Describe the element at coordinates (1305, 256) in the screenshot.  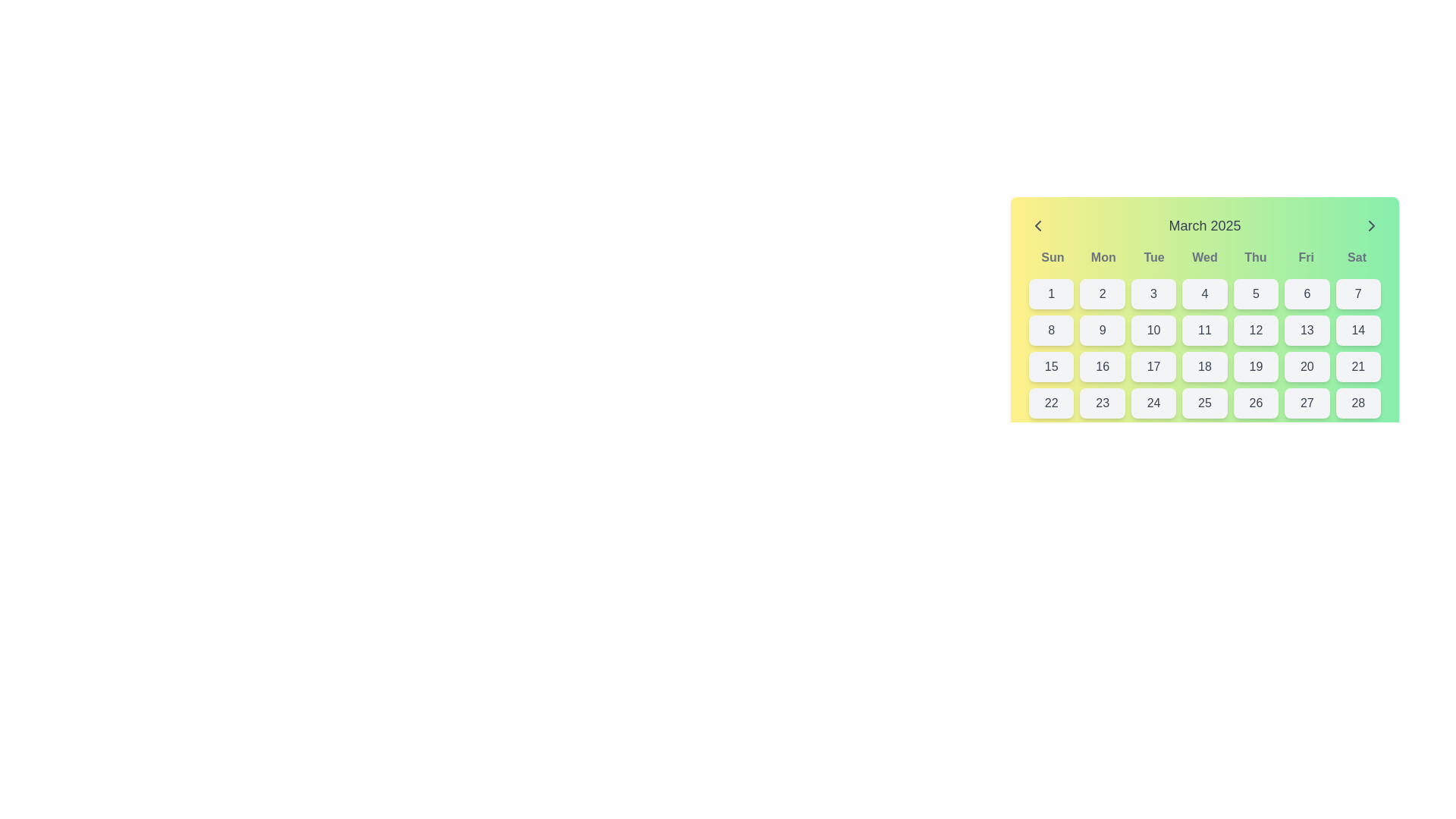
I see `the text label displaying 'Fri' in bold gray font, positioned between 'Thu' and 'Sat' in the calendar header` at that location.